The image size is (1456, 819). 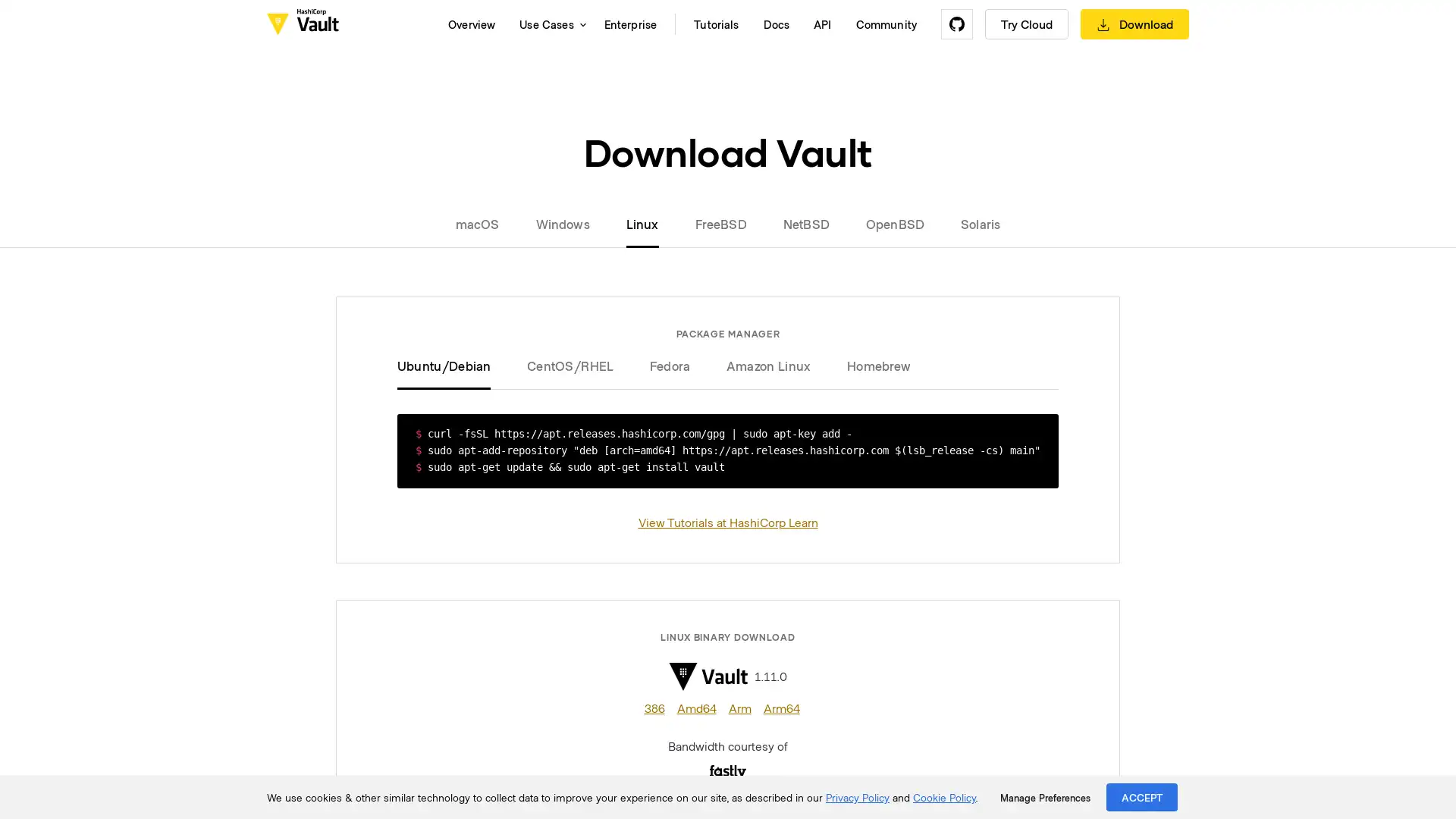 I want to click on Amazon Linux, so click(x=768, y=366).